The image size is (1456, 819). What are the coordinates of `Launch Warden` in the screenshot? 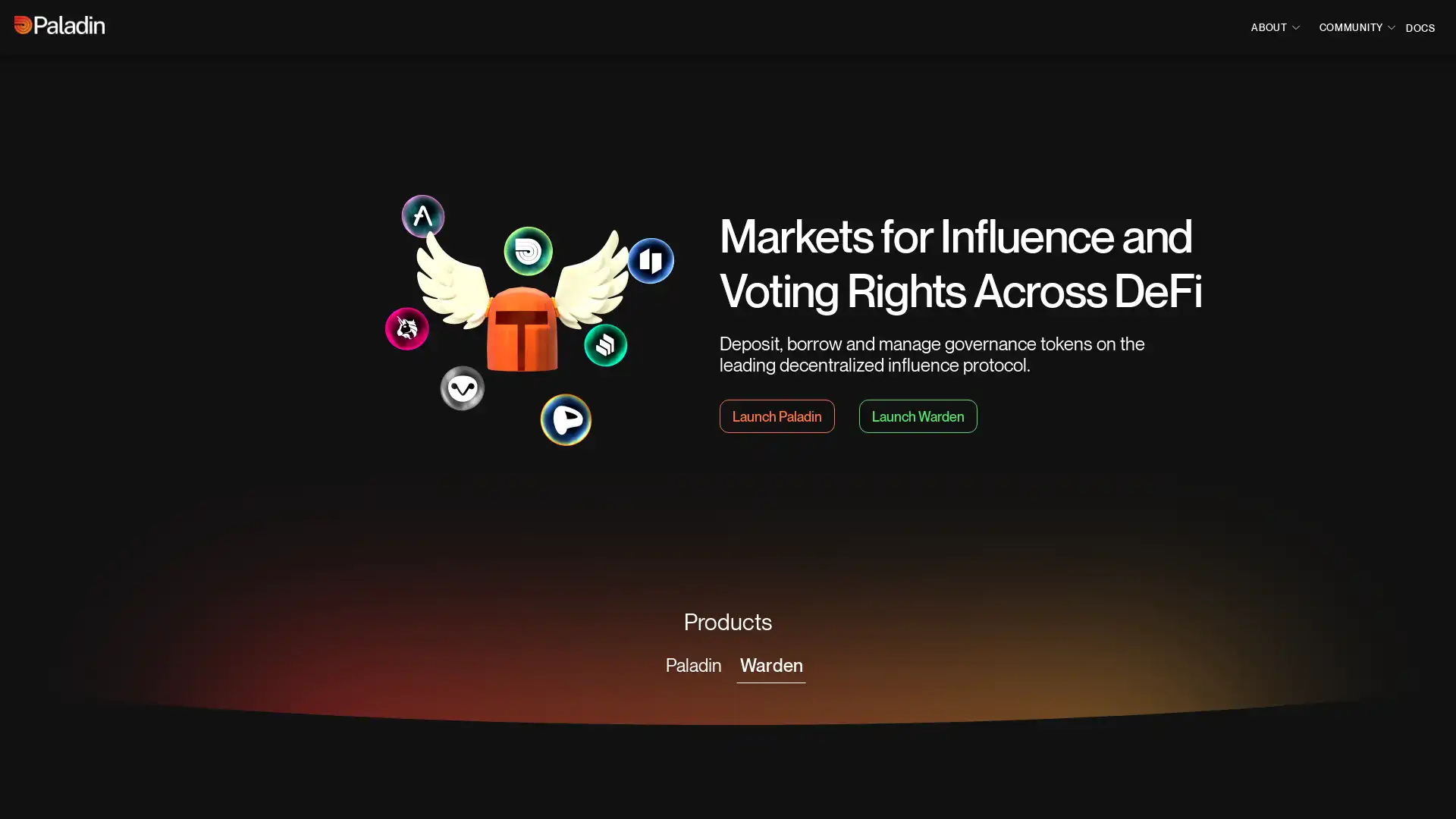 It's located at (917, 416).